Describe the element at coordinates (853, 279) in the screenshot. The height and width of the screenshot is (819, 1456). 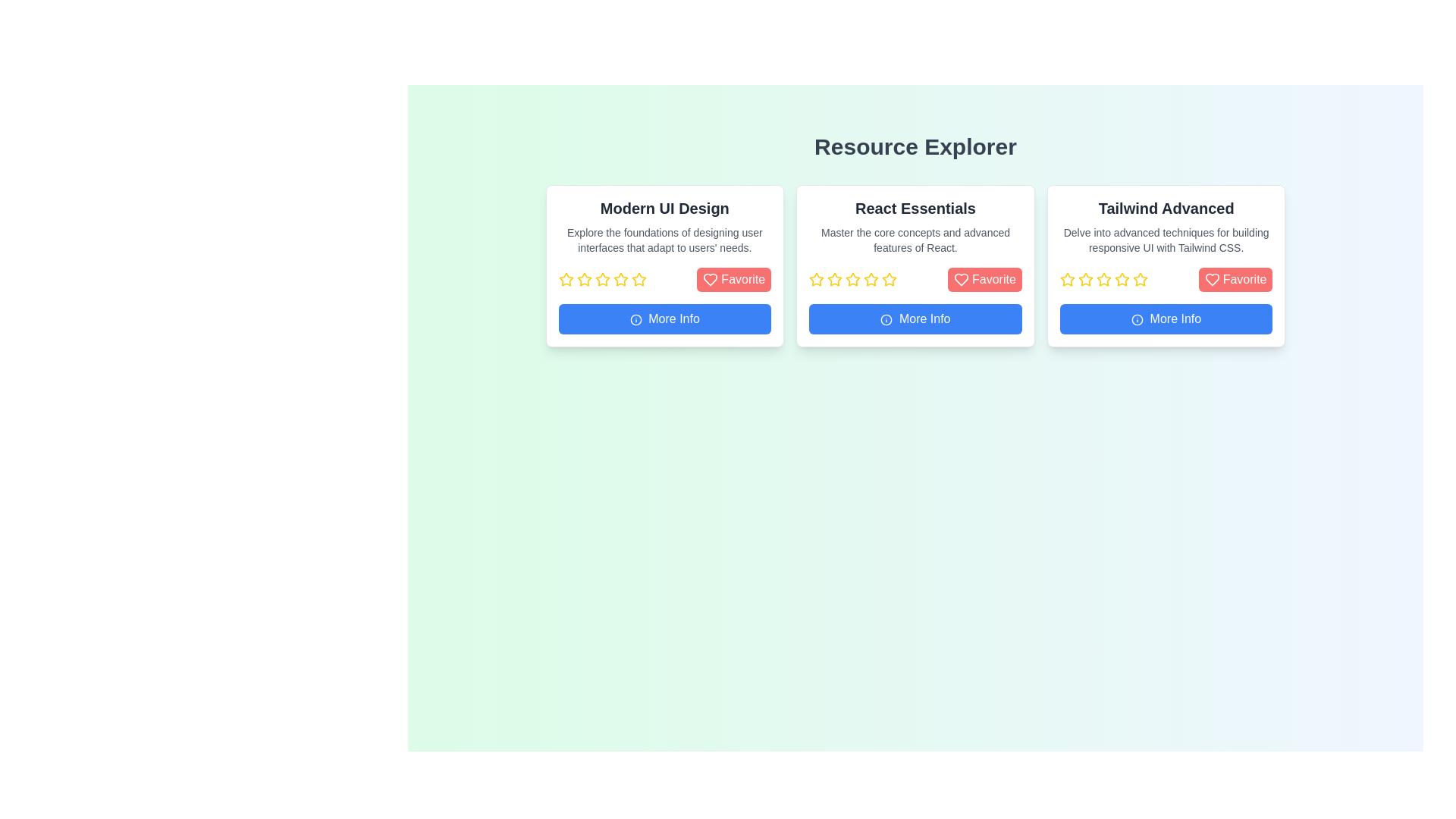
I see `the third yellow star icon in the rating system located beneath the 'React Essentials' card` at that location.